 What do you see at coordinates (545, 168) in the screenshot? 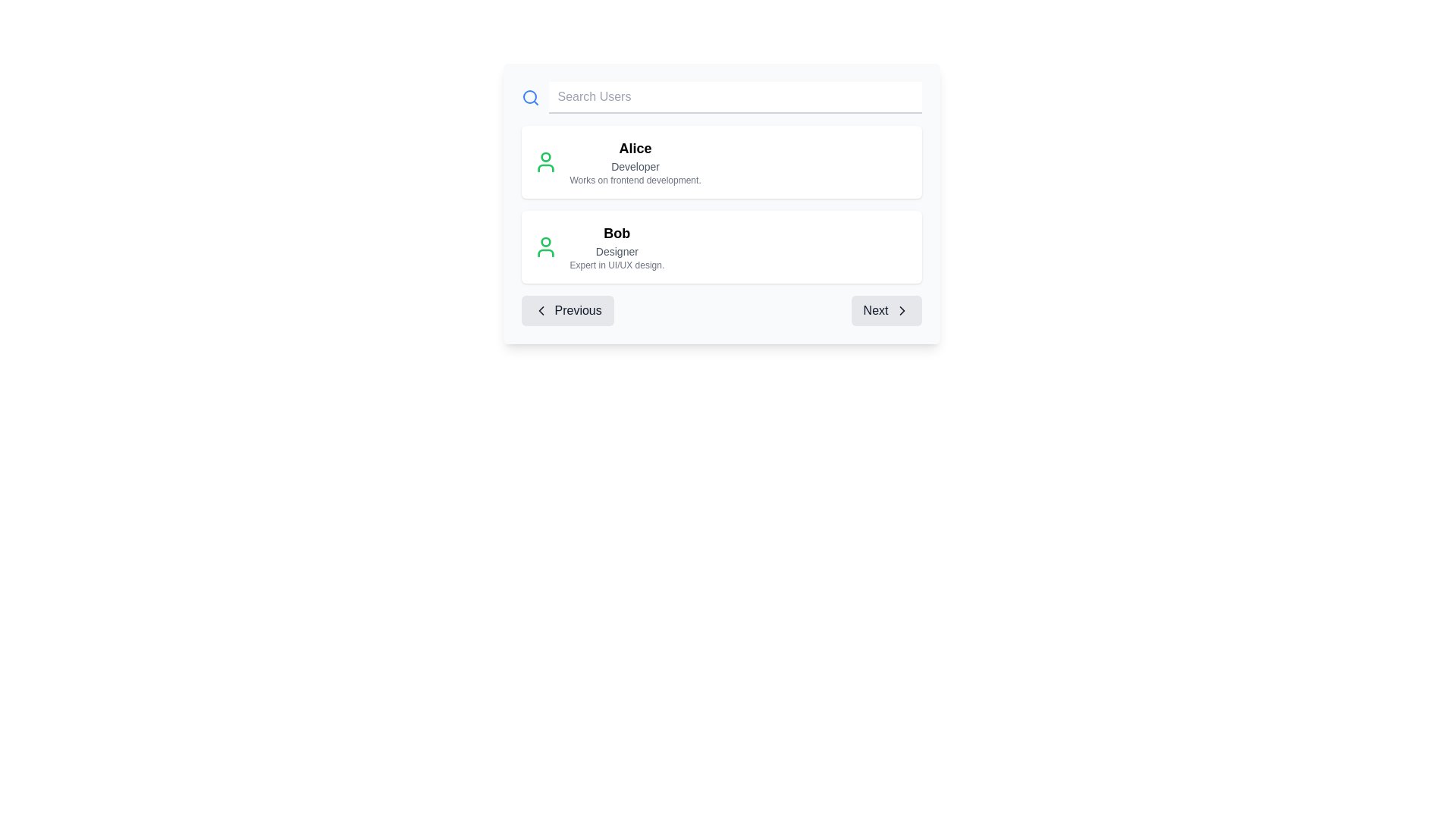
I see `bottom segment of the user icon in green, which represents a profile or account, located to the left of the user name 'Alice' in the search result panel by using developer tools` at bounding box center [545, 168].